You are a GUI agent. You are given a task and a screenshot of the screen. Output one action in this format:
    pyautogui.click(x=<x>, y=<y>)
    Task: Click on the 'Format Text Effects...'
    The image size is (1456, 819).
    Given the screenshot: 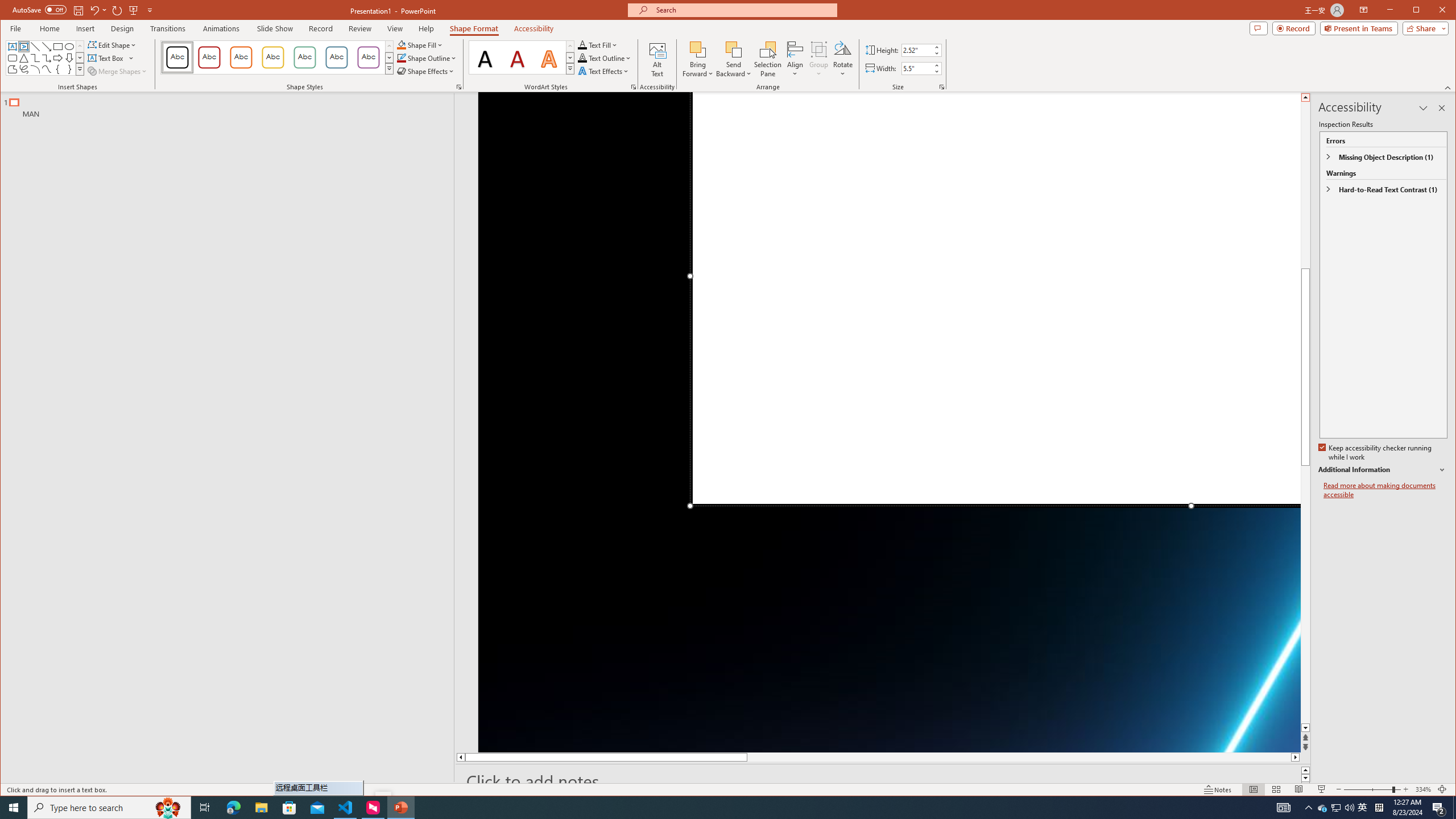 What is the action you would take?
    pyautogui.click(x=632, y=87)
    